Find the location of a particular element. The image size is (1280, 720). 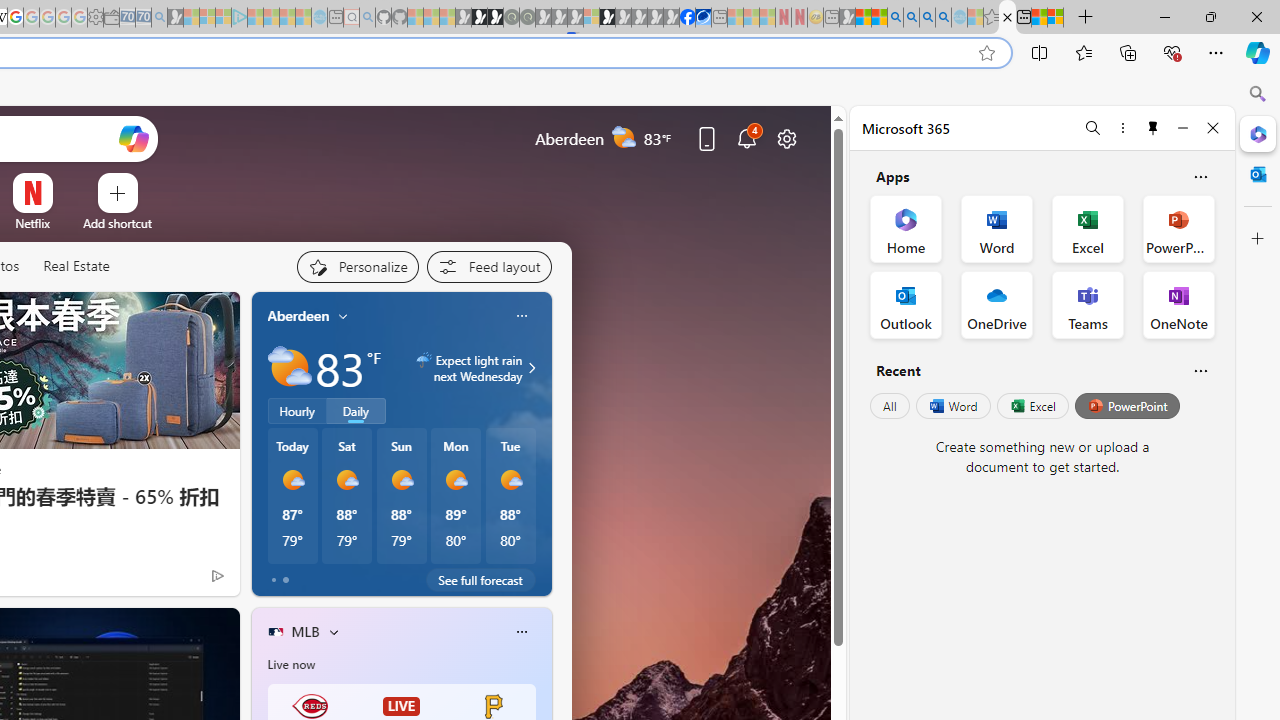

'My location' is located at coordinates (343, 315).